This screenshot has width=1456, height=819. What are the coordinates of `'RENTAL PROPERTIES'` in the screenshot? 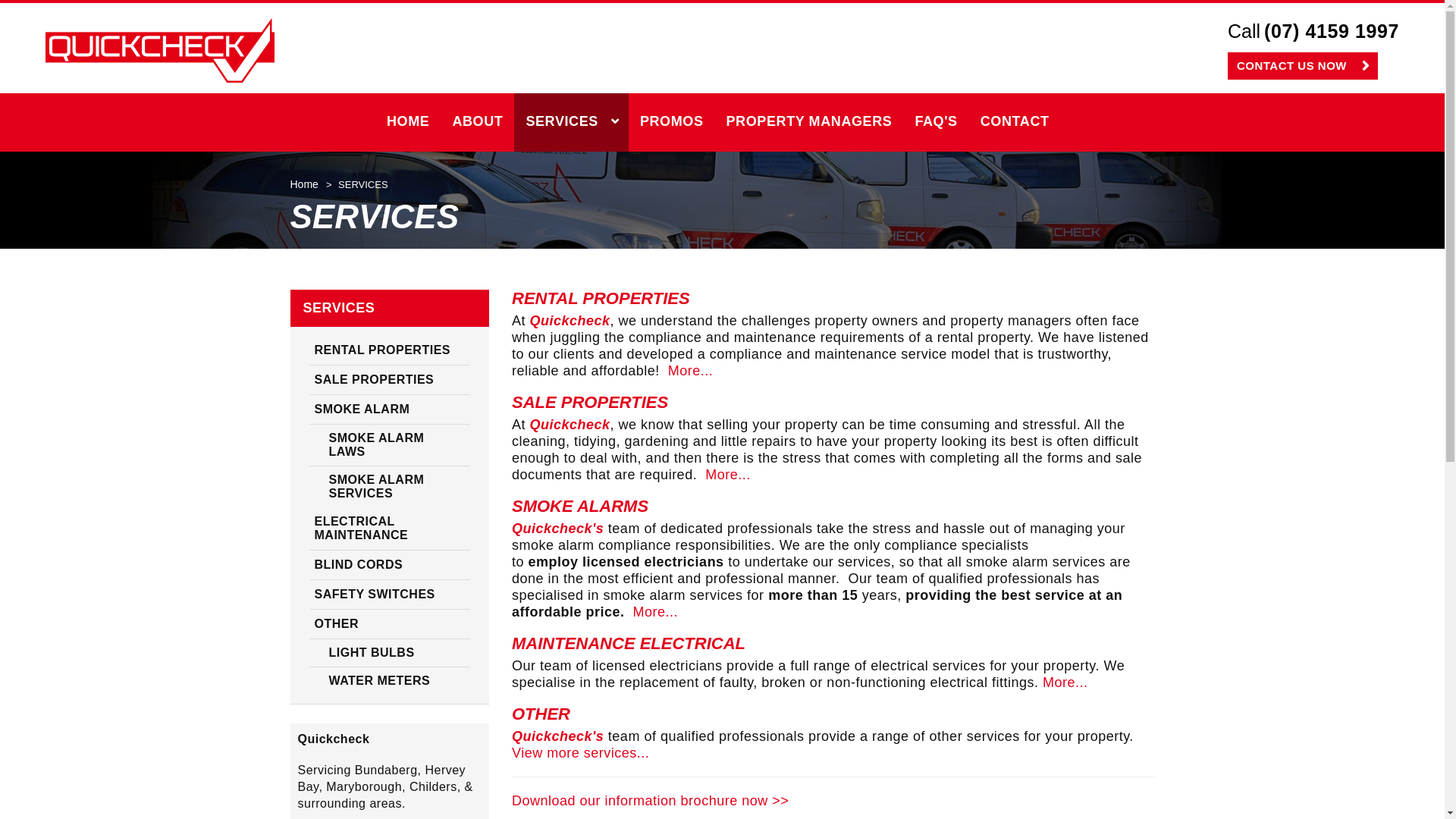 It's located at (390, 350).